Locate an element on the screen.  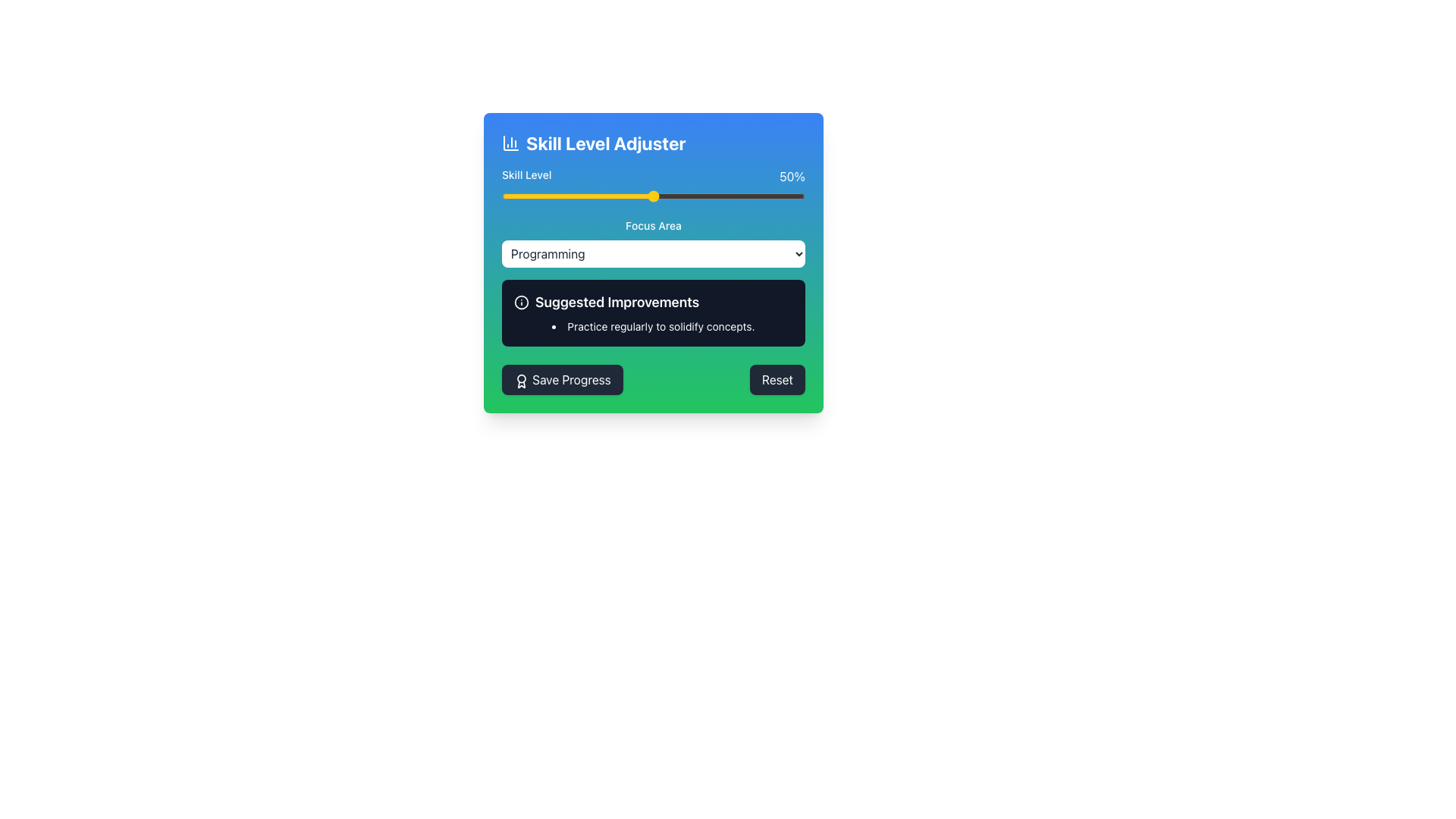
the skill level is located at coordinates (552, 195).